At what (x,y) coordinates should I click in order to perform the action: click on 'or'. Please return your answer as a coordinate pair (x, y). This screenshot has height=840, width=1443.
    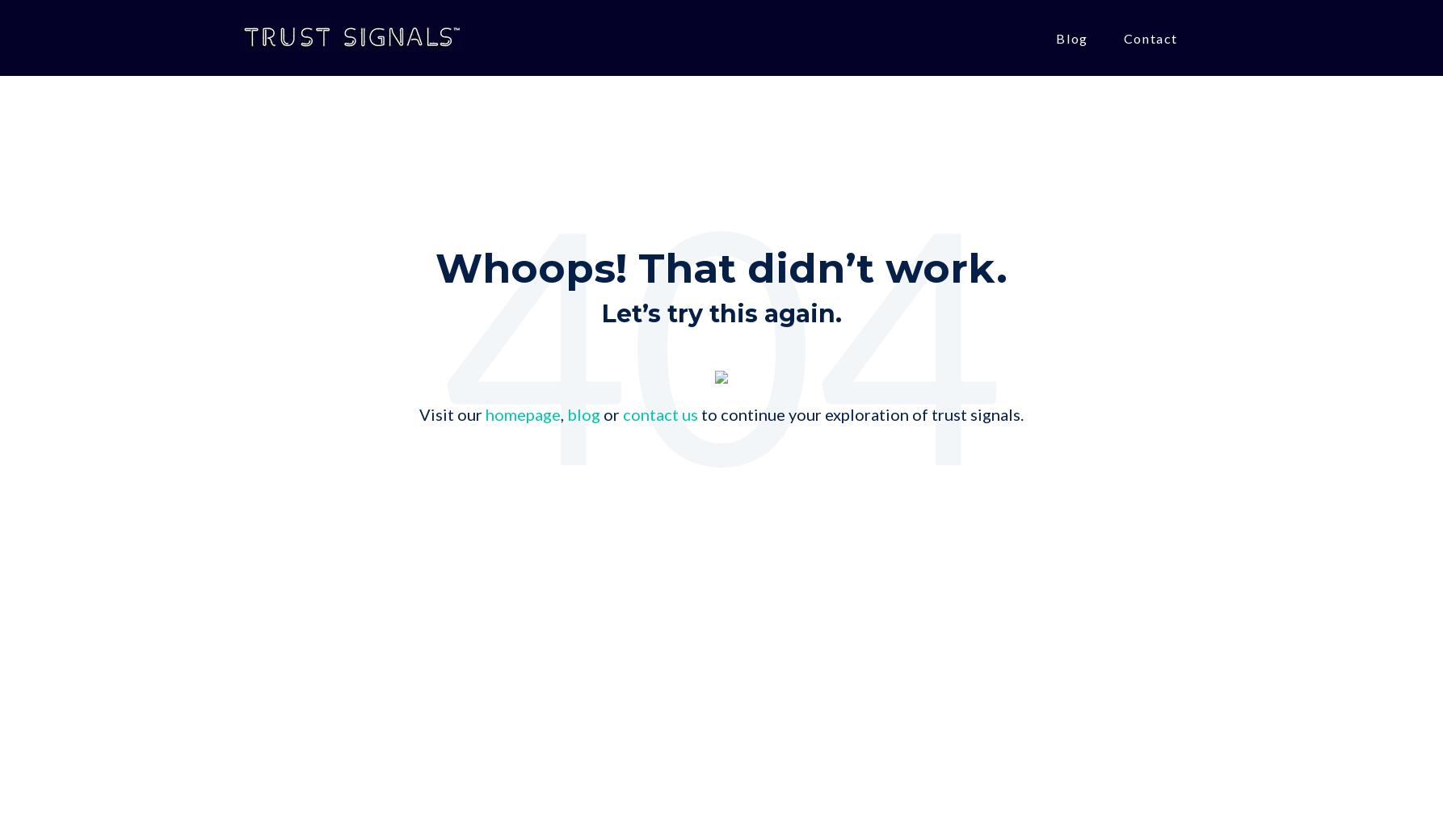
    Looking at the image, I should click on (611, 414).